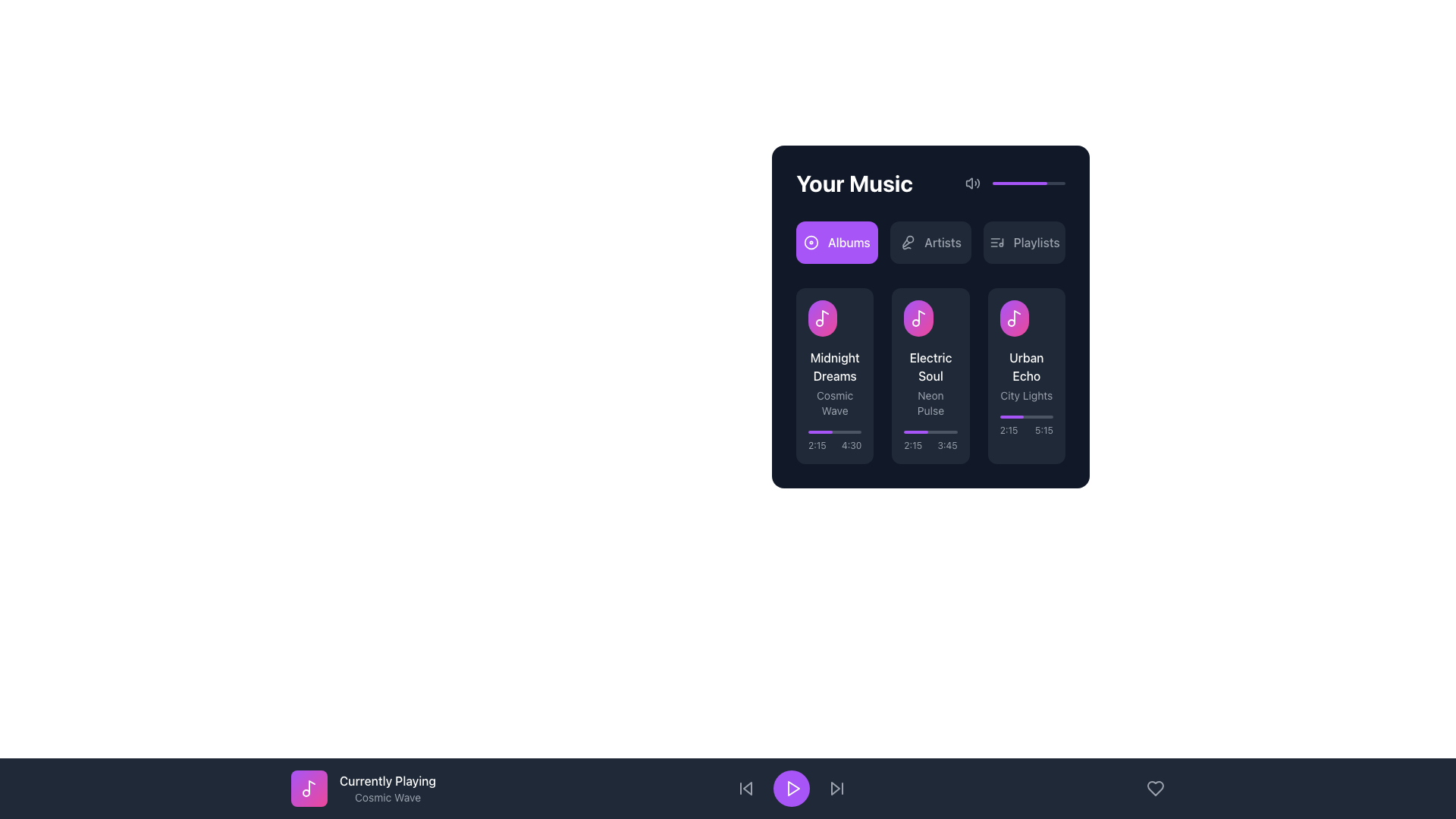 This screenshot has height=819, width=1456. What do you see at coordinates (834, 432) in the screenshot?
I see `the progress bar located at the bottom of the song details section for 'Electric Soul' to seek to a specific time in the song` at bounding box center [834, 432].